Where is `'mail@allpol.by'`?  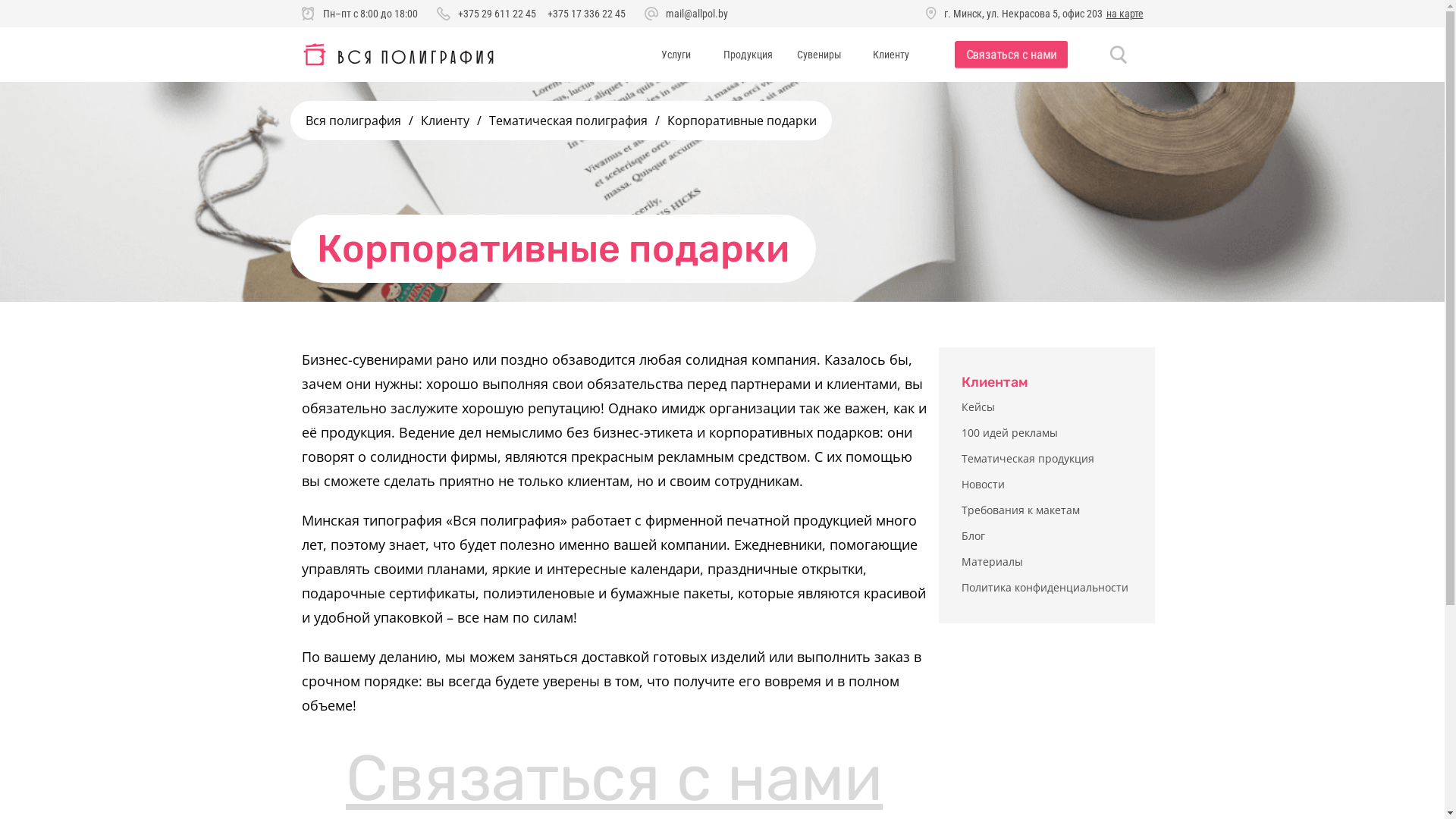
'mail@allpol.by' is located at coordinates (666, 14).